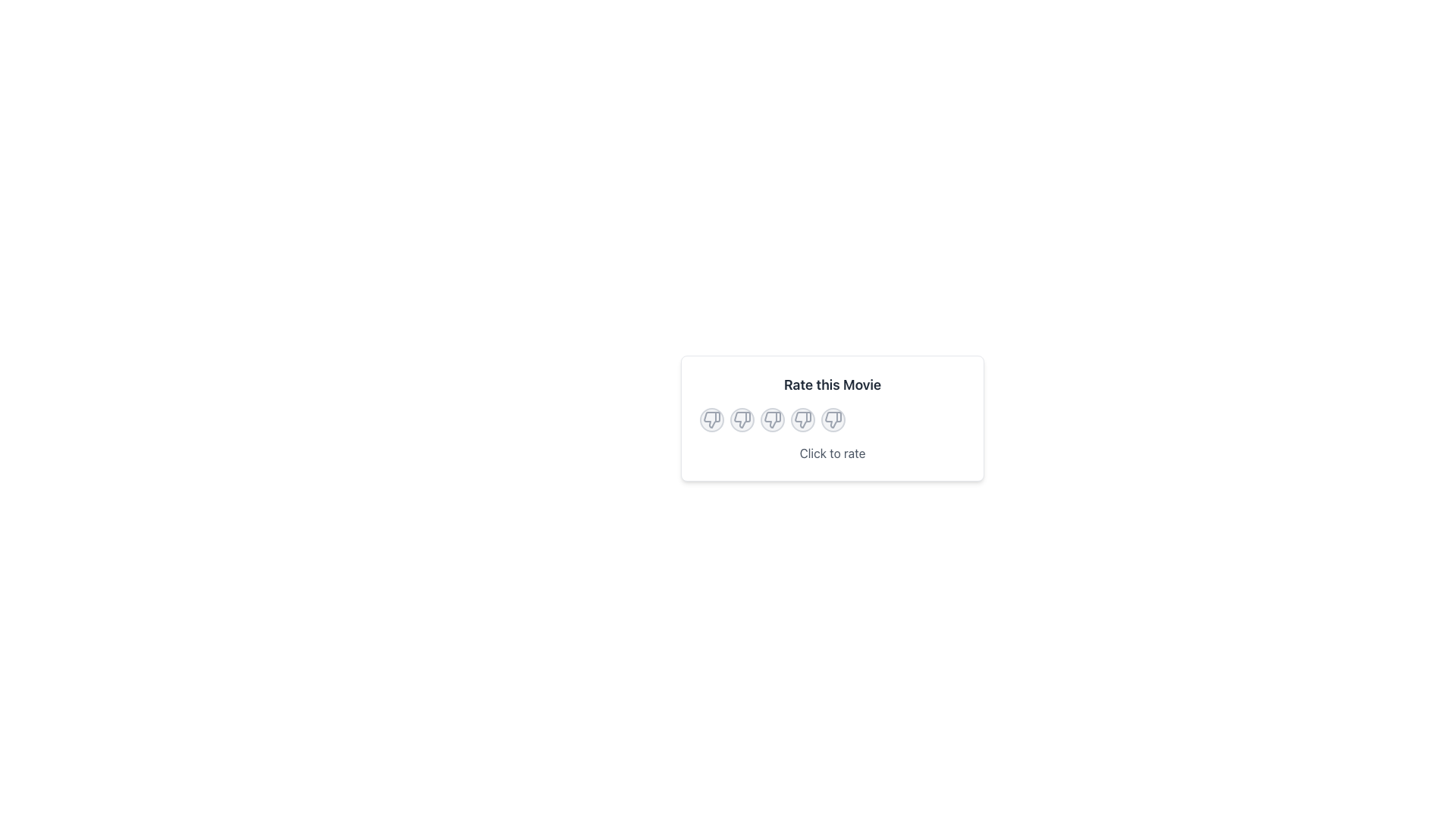 The height and width of the screenshot is (819, 1456). I want to click on the first rating icon for keyboard navigation, located in the 'Rate this Movie' section, so click(711, 420).